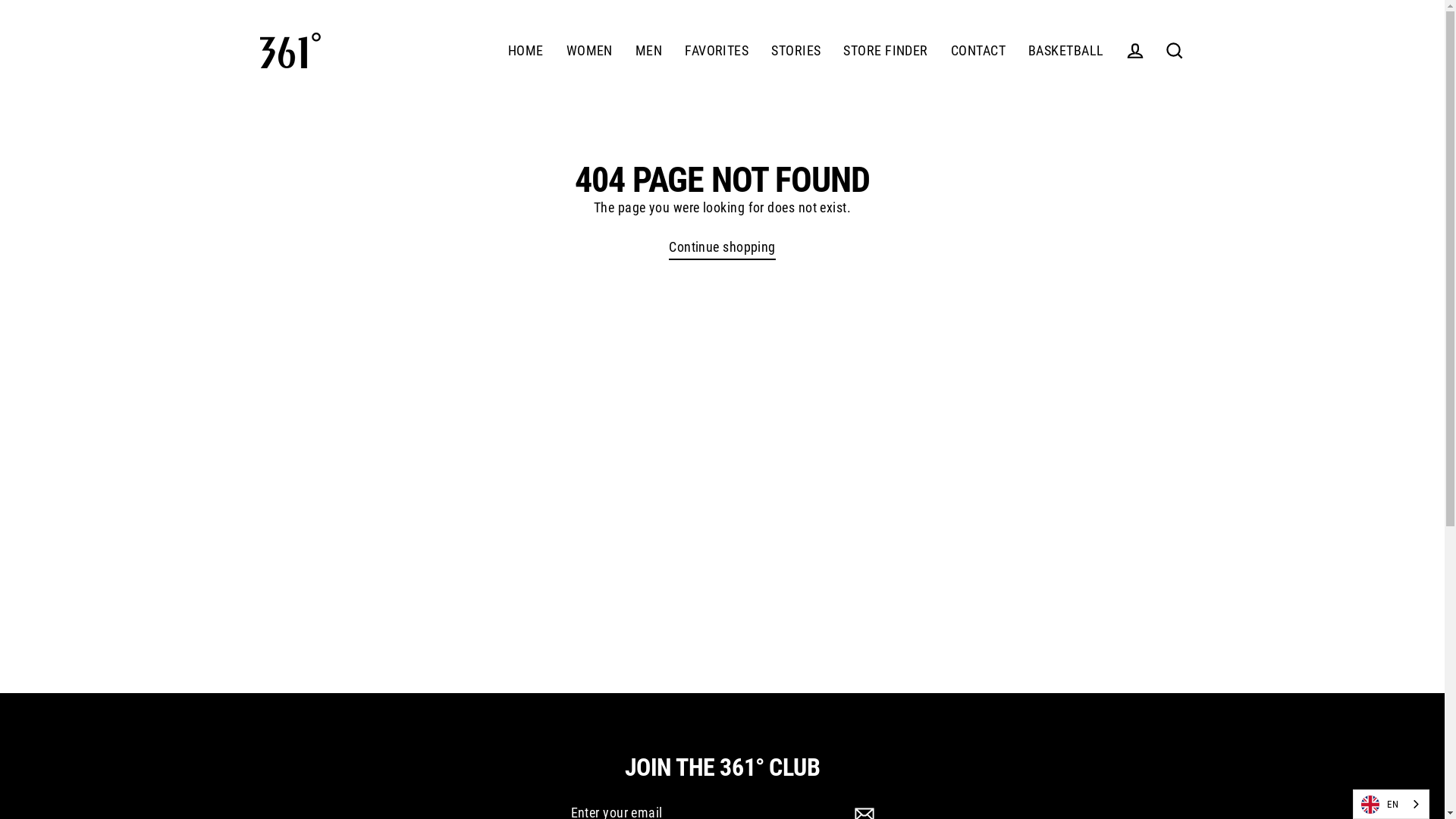 The image size is (1456, 819). What do you see at coordinates (1173, 49) in the screenshot?
I see `'SEARCH'` at bounding box center [1173, 49].